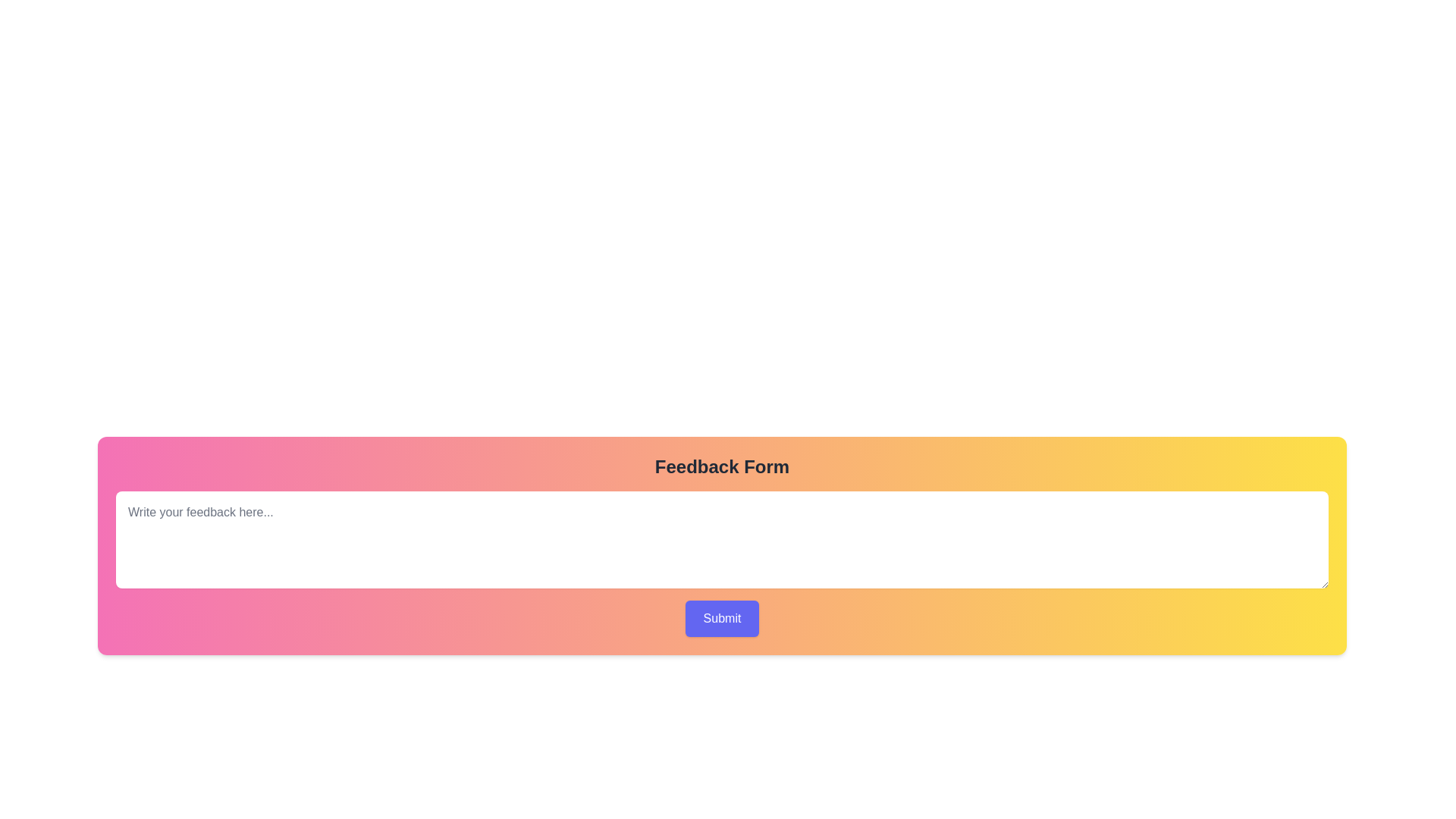 This screenshot has width=1456, height=819. I want to click on the submit button located at the bottom center of the 'Feedback Form' to observe the hover effect, so click(721, 619).